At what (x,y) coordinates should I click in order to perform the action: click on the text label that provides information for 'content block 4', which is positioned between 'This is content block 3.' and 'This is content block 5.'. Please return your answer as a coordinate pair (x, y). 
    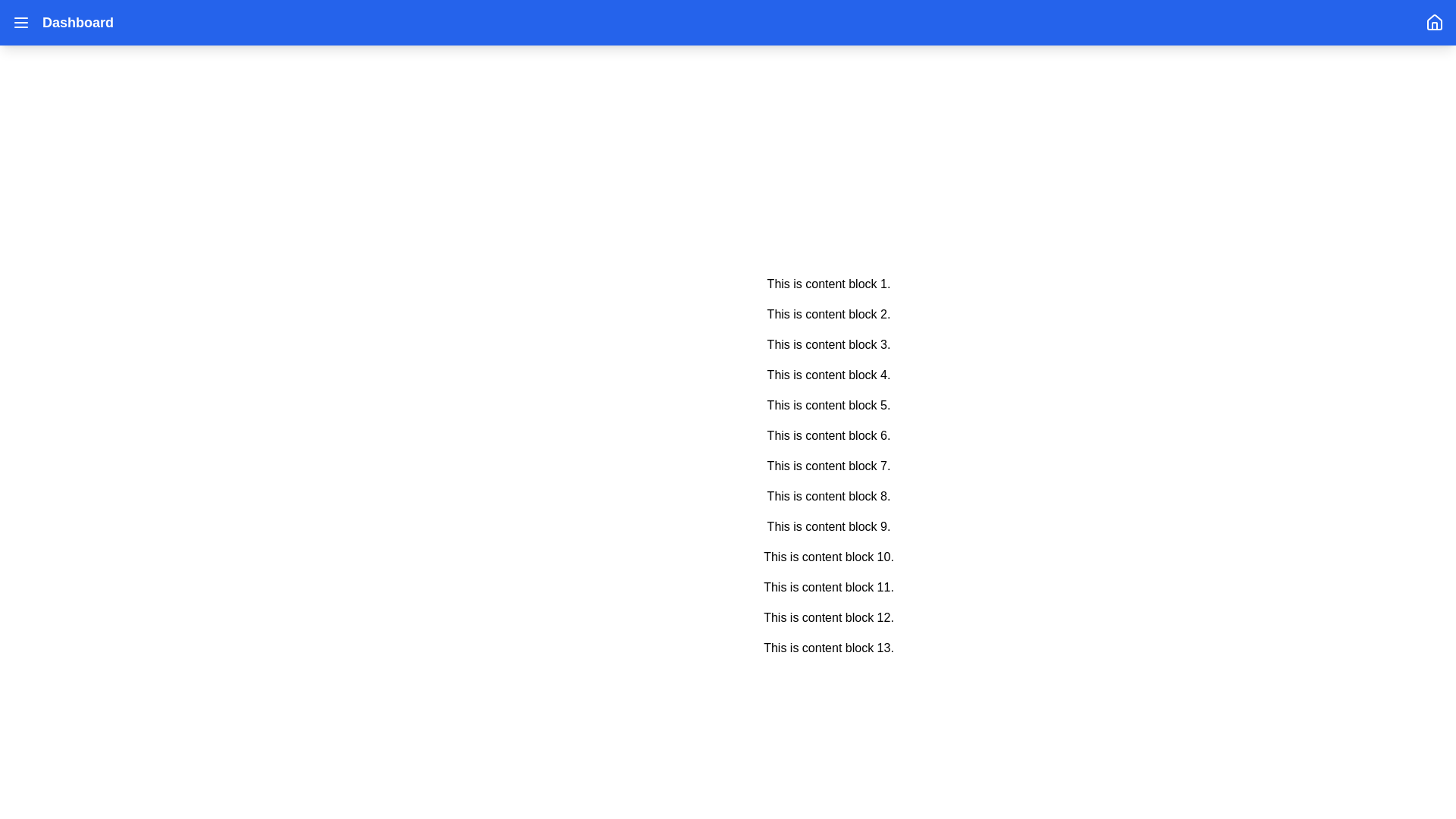
    Looking at the image, I should click on (828, 375).